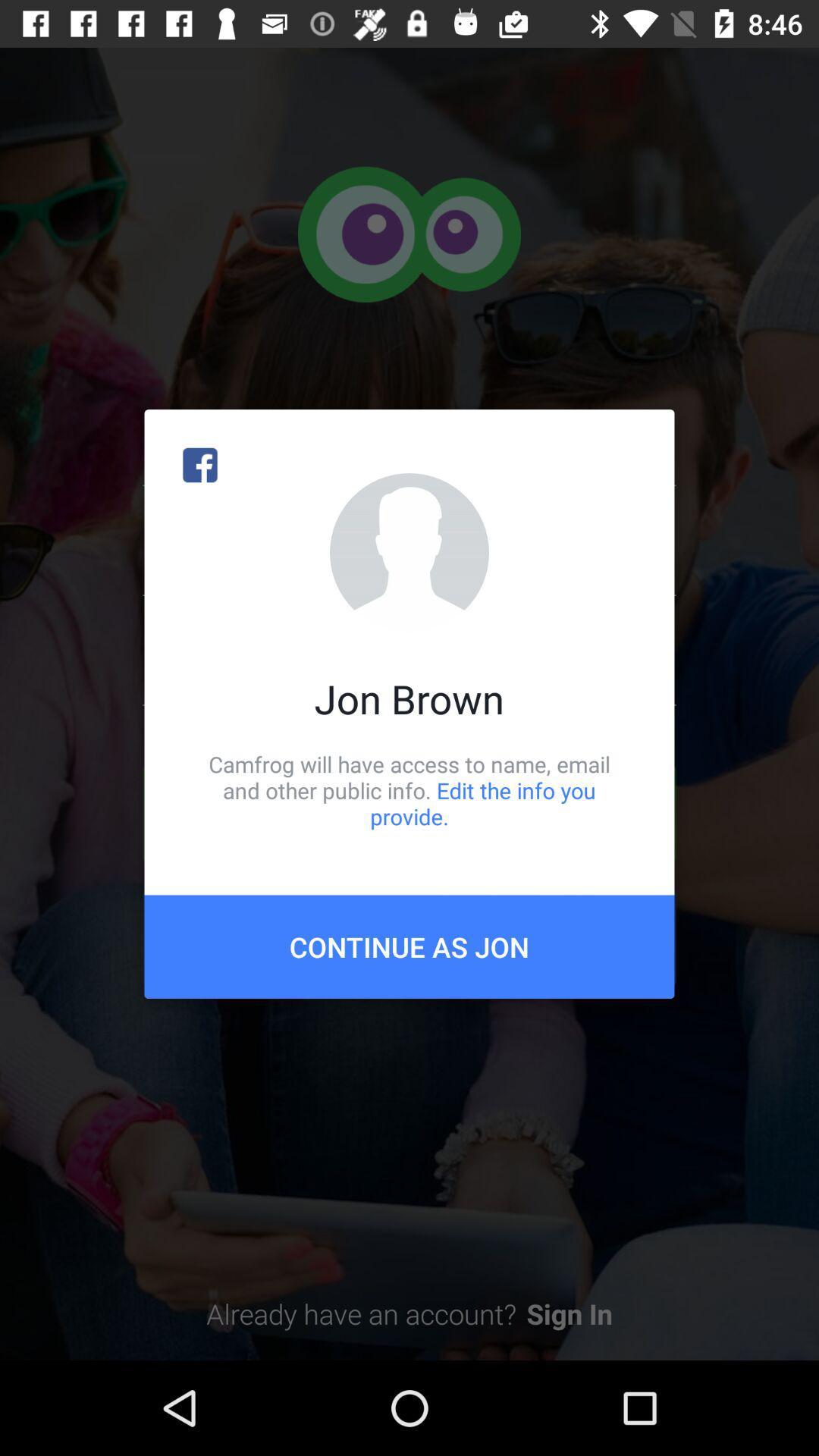  What do you see at coordinates (409, 946) in the screenshot?
I see `item below the camfrog will have icon` at bounding box center [409, 946].